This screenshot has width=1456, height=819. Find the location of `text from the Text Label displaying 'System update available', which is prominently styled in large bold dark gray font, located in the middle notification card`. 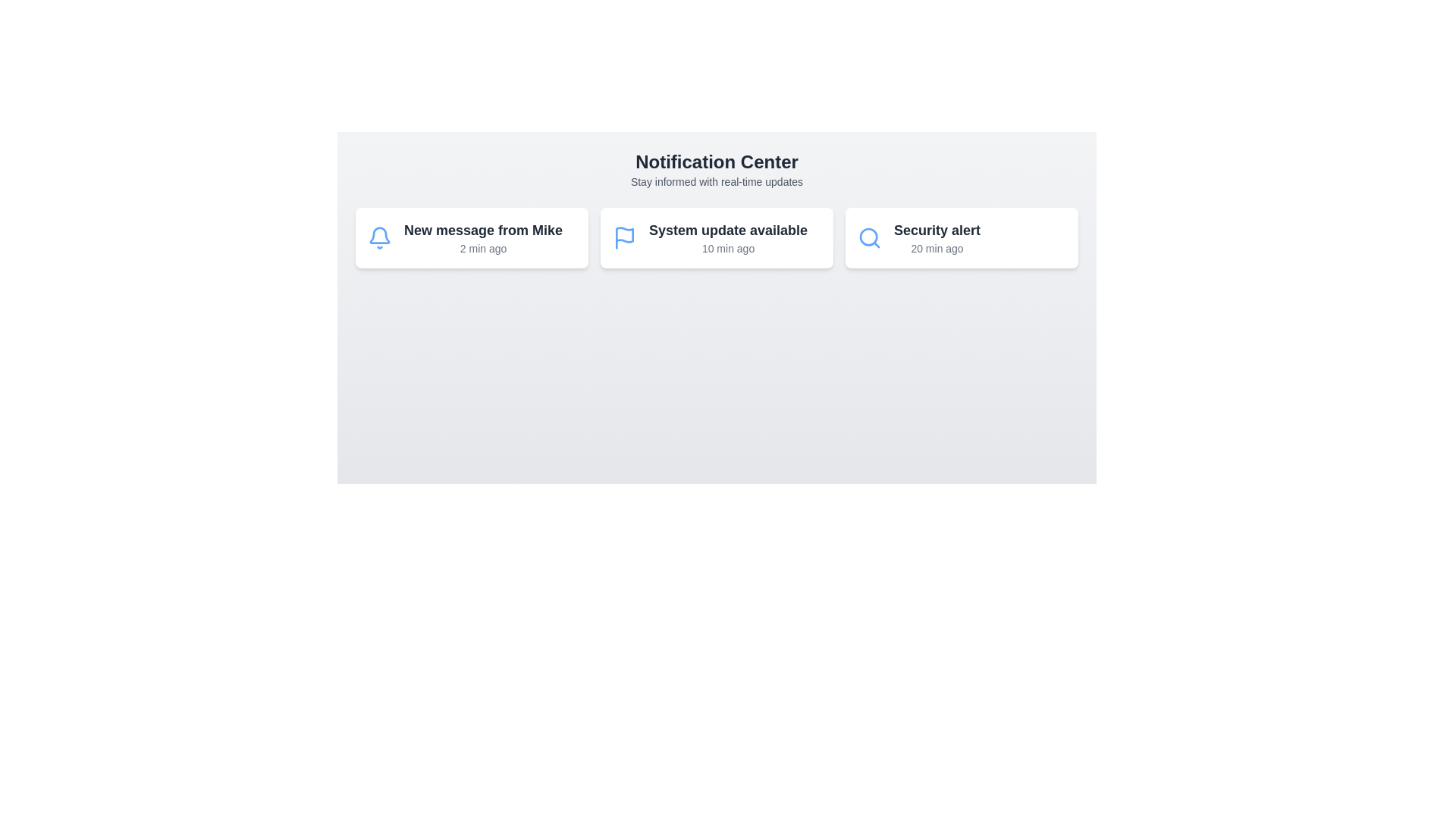

text from the Text Label displaying 'System update available', which is prominently styled in large bold dark gray font, located in the middle notification card is located at coordinates (728, 231).